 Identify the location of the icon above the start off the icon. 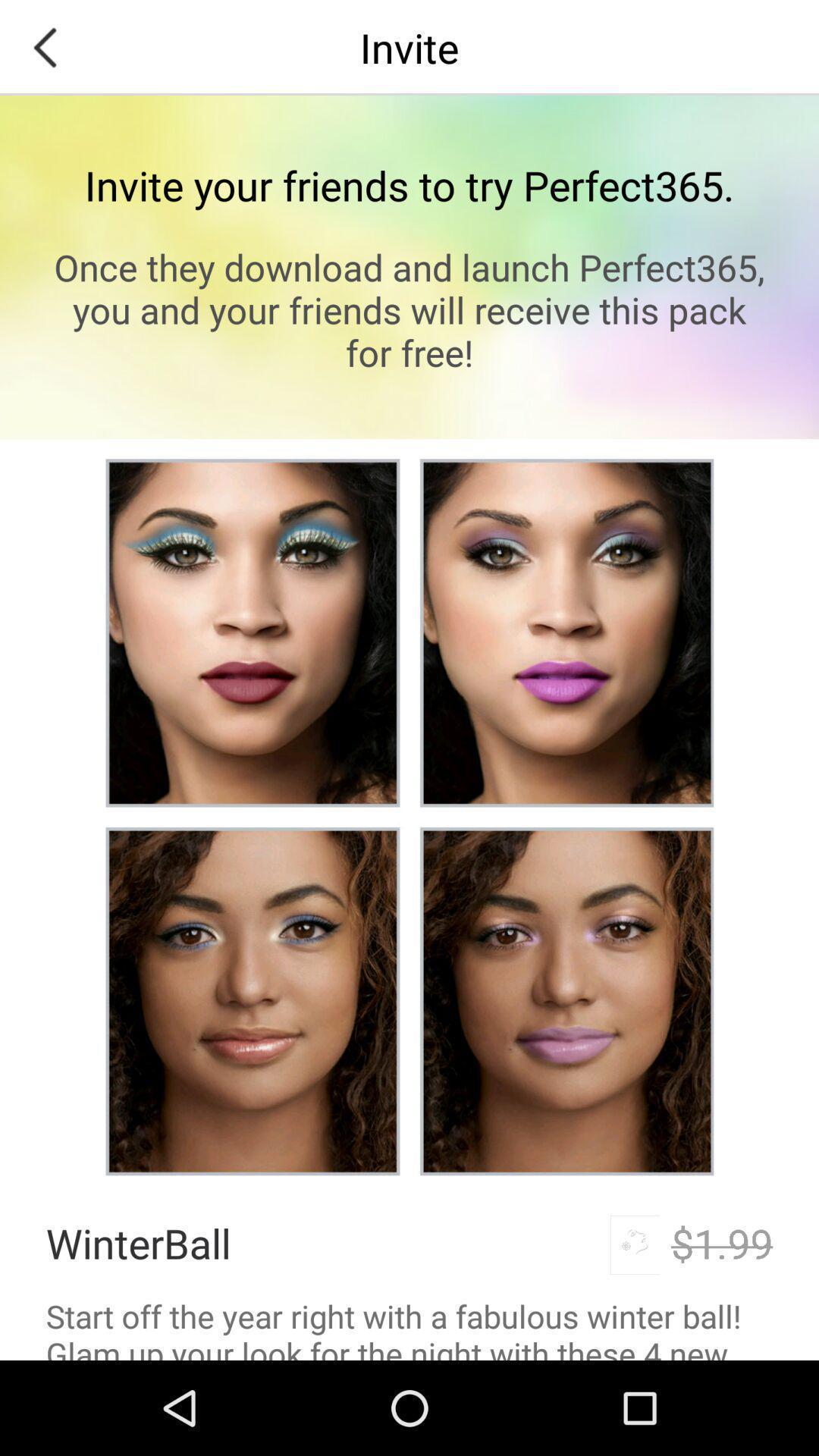
(721, 1243).